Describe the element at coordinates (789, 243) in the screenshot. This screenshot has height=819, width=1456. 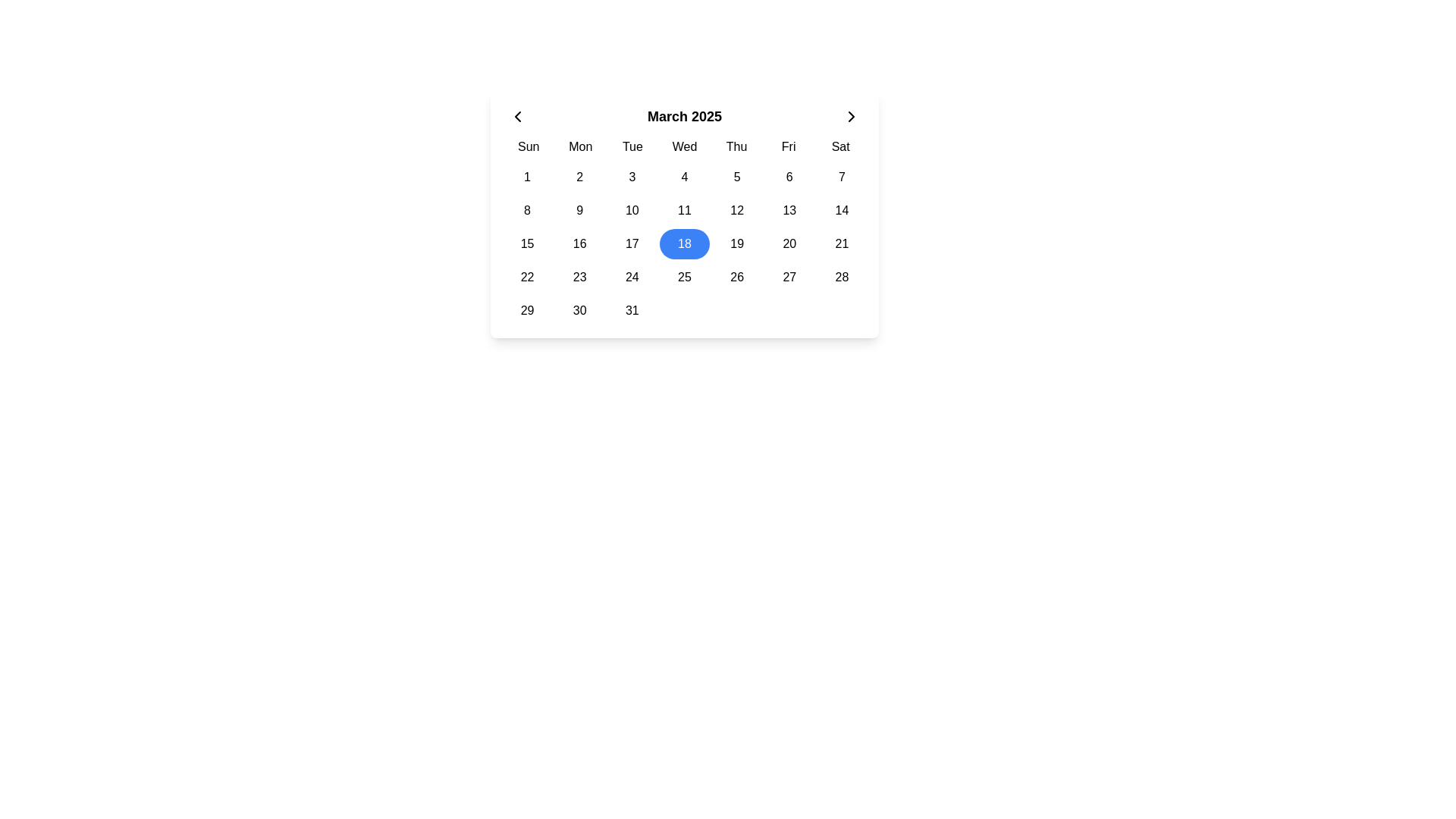
I see `the button representing the 20th day of the calendar` at that location.